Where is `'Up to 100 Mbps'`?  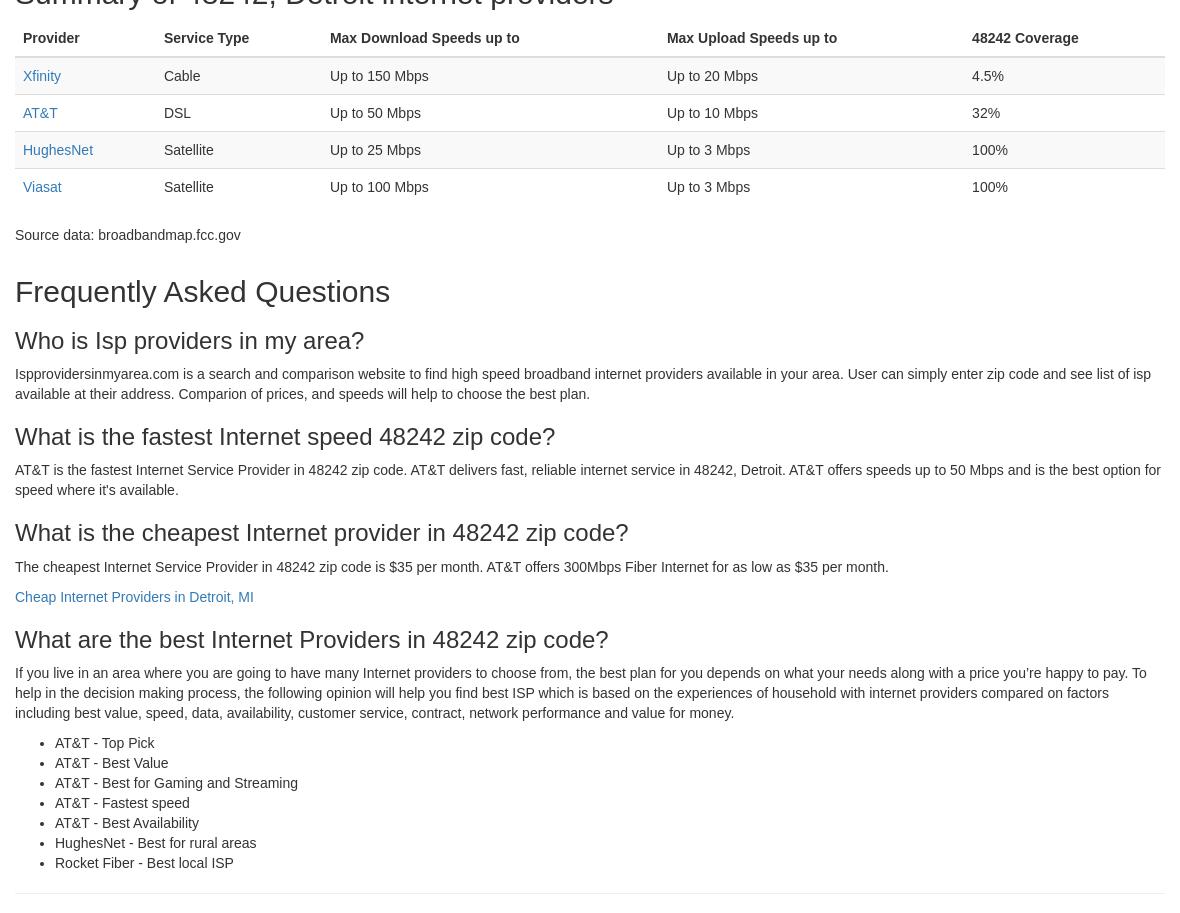 'Up to 100 Mbps' is located at coordinates (377, 185).